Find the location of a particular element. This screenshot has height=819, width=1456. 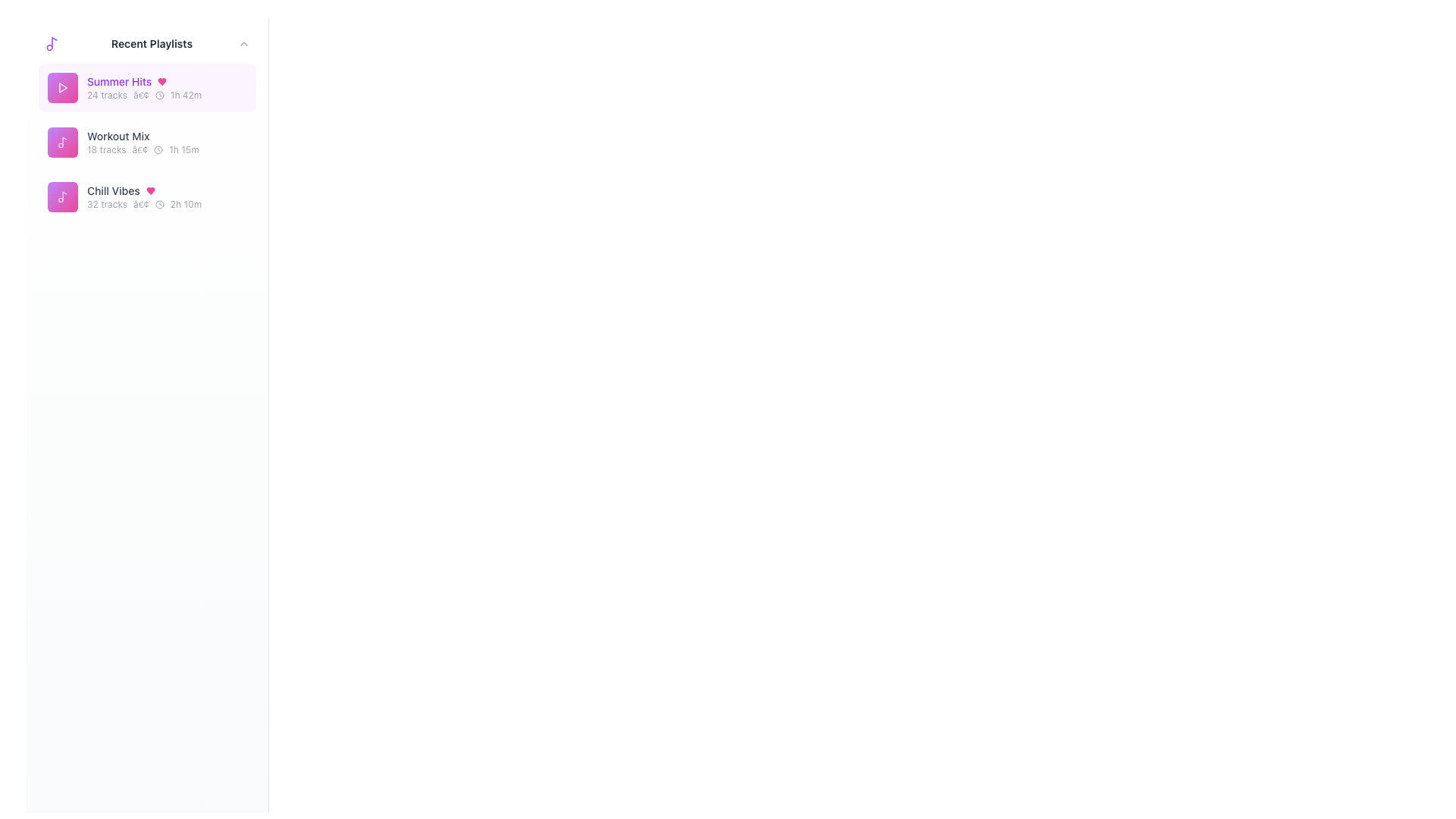

the text separator located between '24 tracks' and the graphical clock icon in the 'Summer Hits' playlist metadata line is located at coordinates (141, 96).